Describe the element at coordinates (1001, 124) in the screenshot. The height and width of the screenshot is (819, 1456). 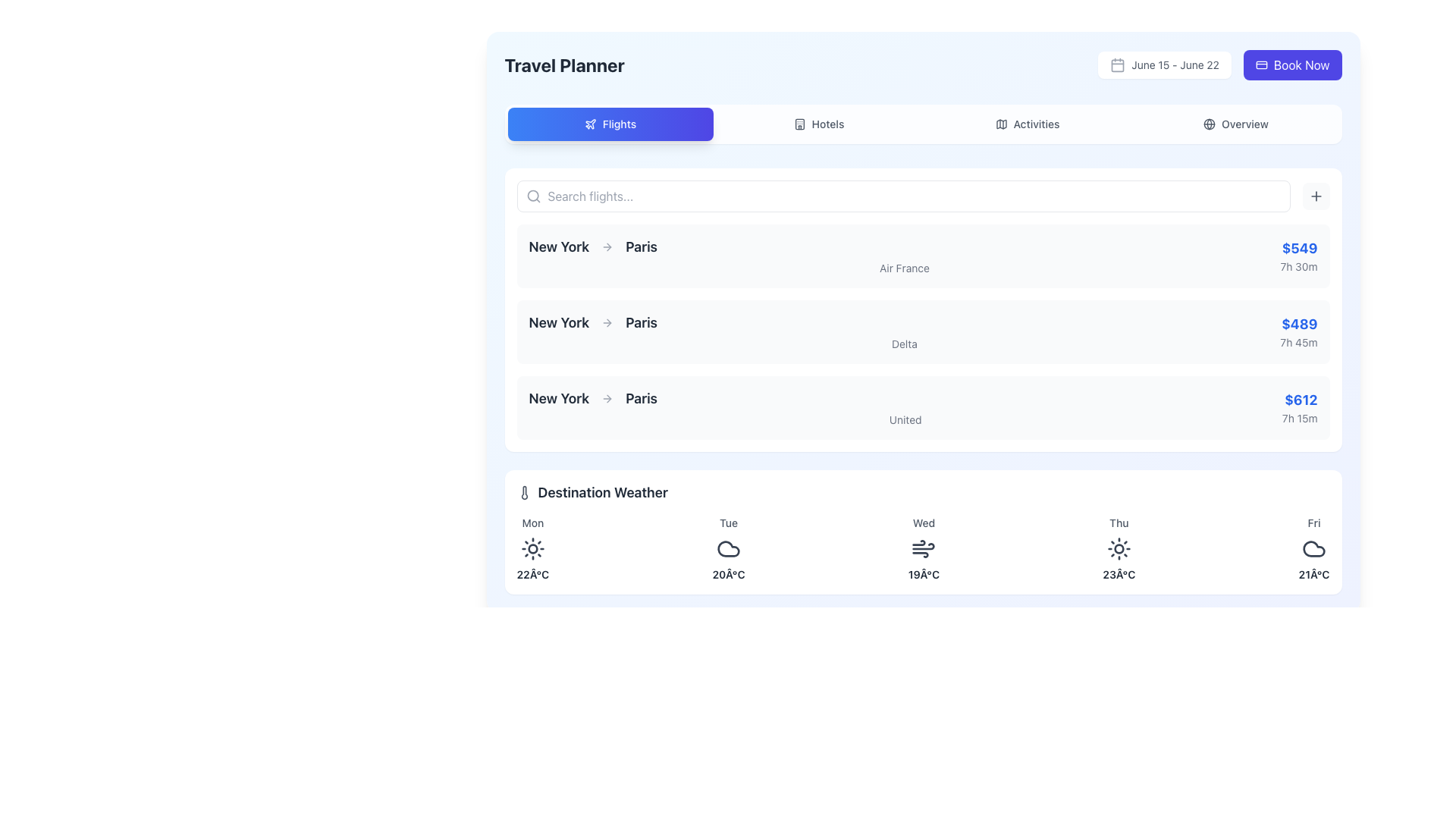
I see `the gray map-shaped SVG icon located within the 'Activities' button in the header section, which is the first element to the left of the 'Activities' text` at that location.